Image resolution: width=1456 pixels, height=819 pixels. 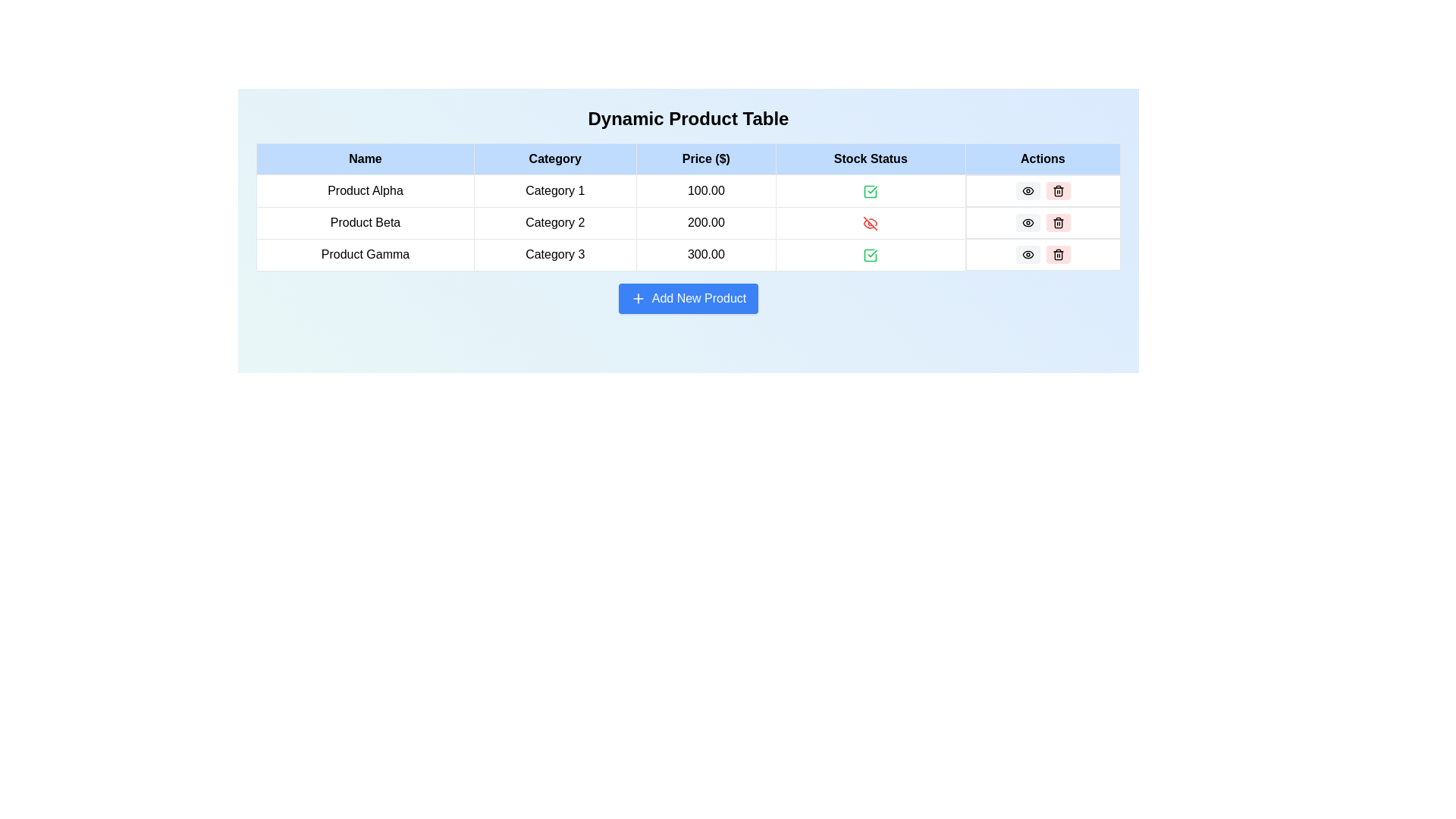 What do you see at coordinates (365, 190) in the screenshot?
I see `the product name label located in the first row of the table under the 'Name' column to potentially select the row` at bounding box center [365, 190].